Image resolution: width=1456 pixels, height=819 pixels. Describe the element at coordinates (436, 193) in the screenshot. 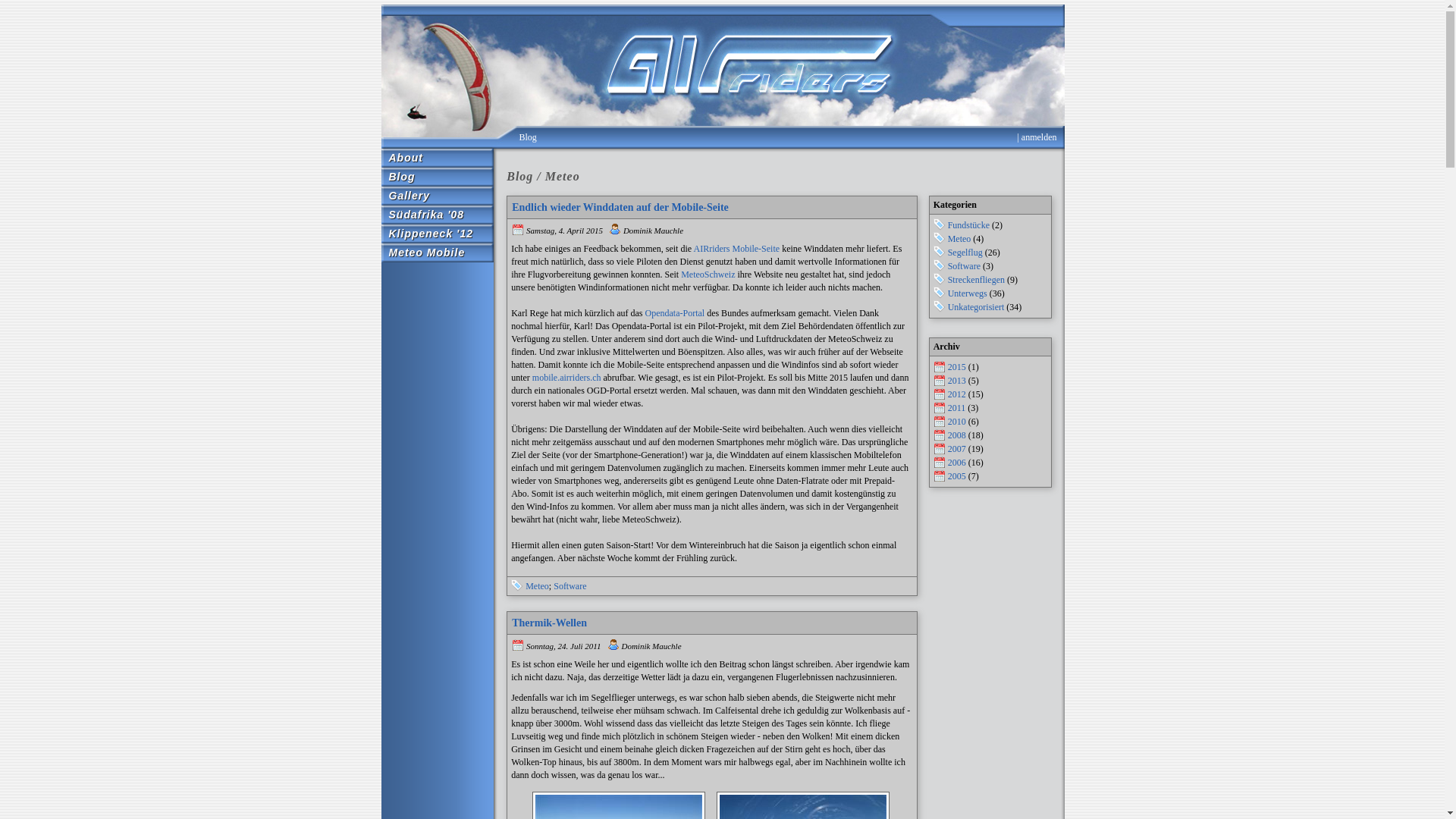

I see `'Gallery'` at that location.